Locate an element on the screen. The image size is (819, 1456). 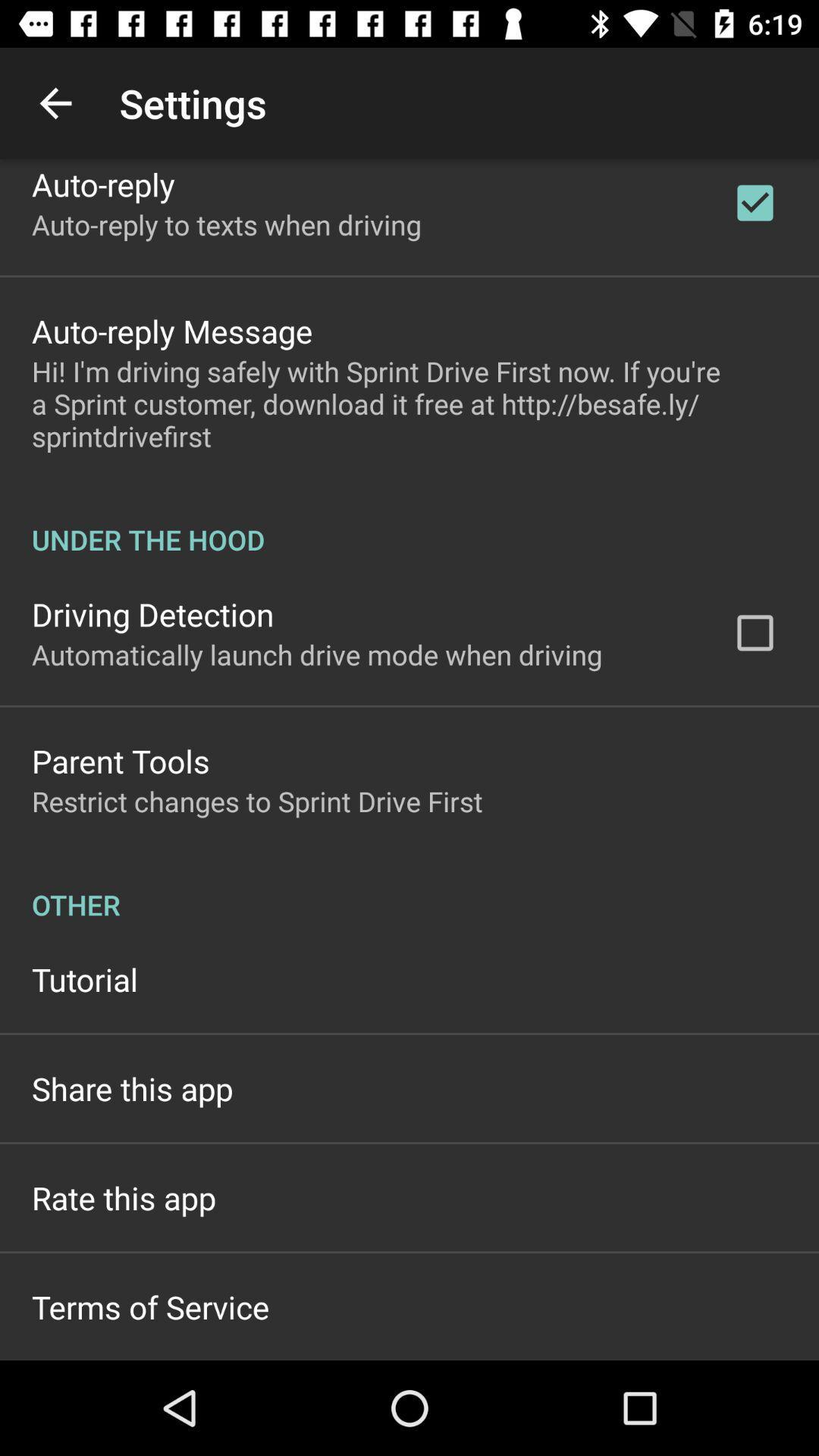
item above the auto-reply app is located at coordinates (55, 102).